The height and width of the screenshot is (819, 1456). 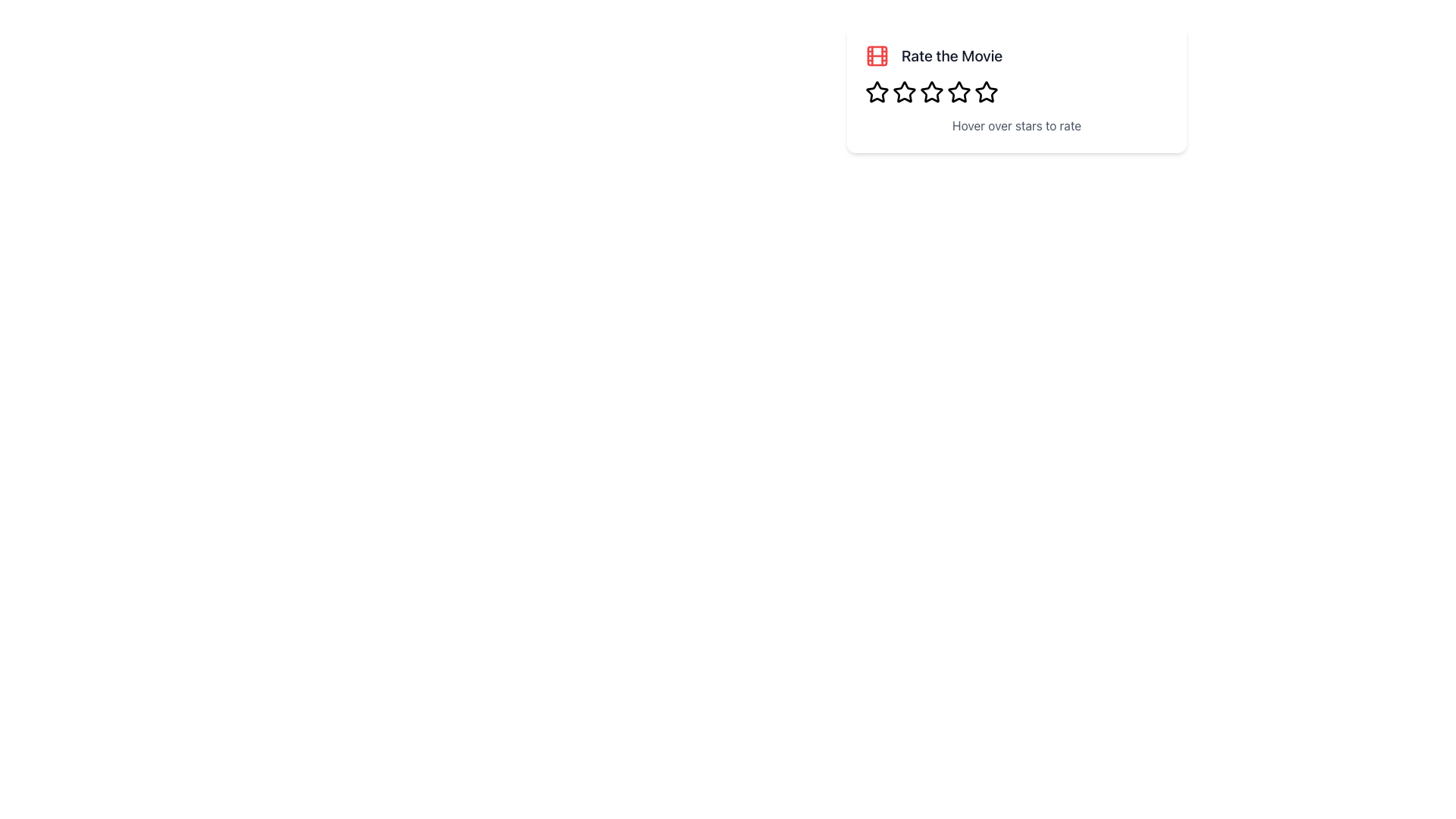 I want to click on the fourth star-shaped icon in the star rating system located under the text 'Rate the Movie', so click(x=986, y=91).